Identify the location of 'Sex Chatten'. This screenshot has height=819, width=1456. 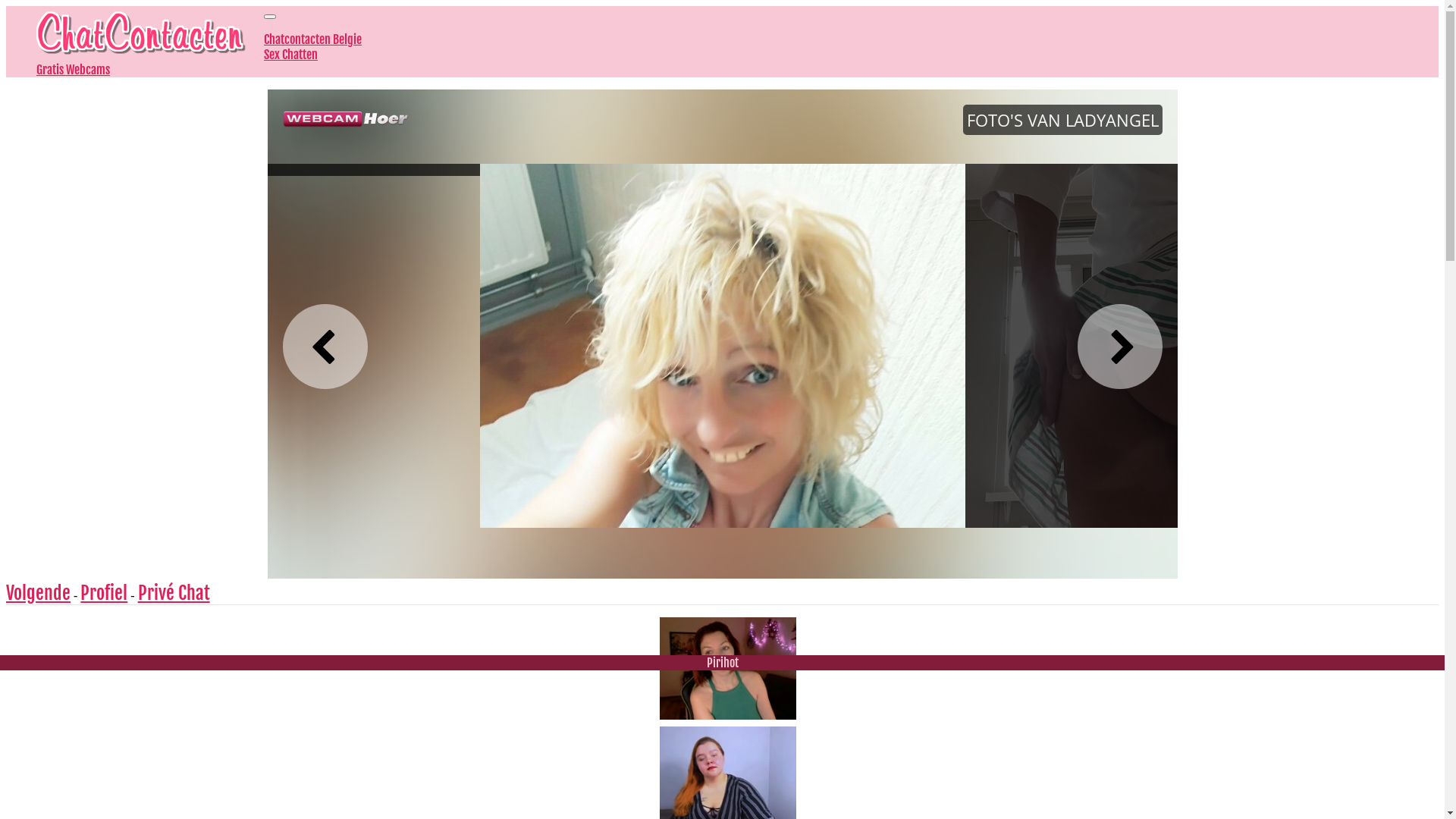
(290, 54).